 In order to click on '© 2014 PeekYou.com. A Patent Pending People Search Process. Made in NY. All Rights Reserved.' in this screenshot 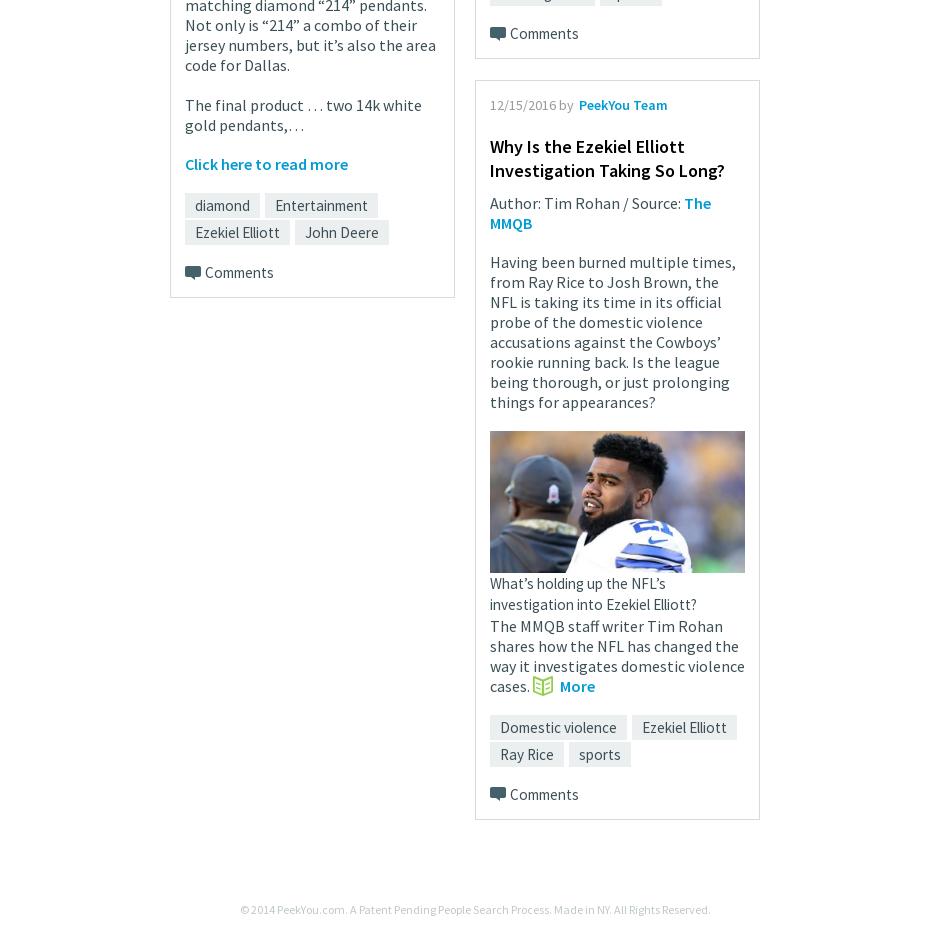, I will do `click(473, 907)`.